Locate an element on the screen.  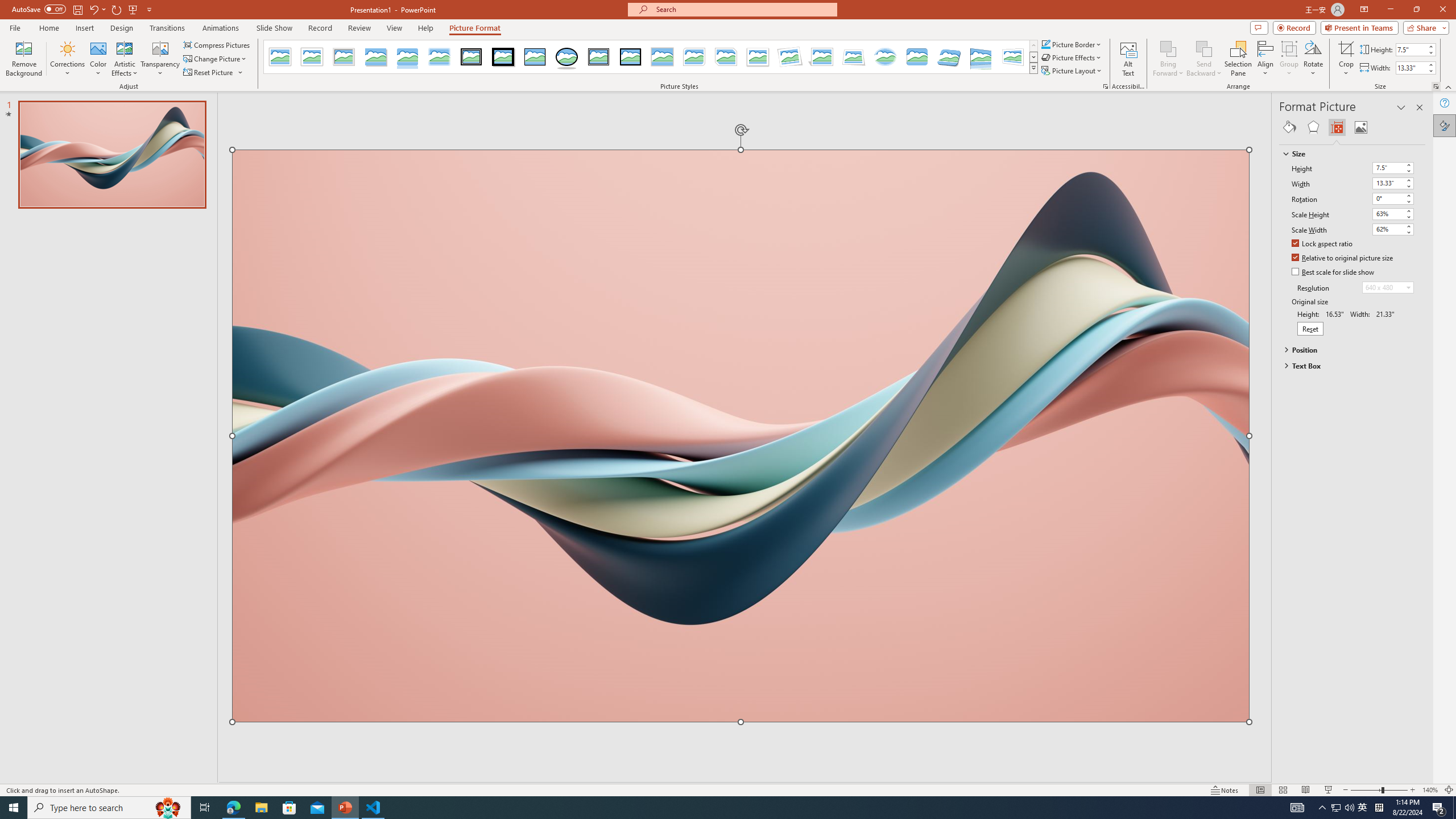
'AutoSave' is located at coordinates (39, 9).